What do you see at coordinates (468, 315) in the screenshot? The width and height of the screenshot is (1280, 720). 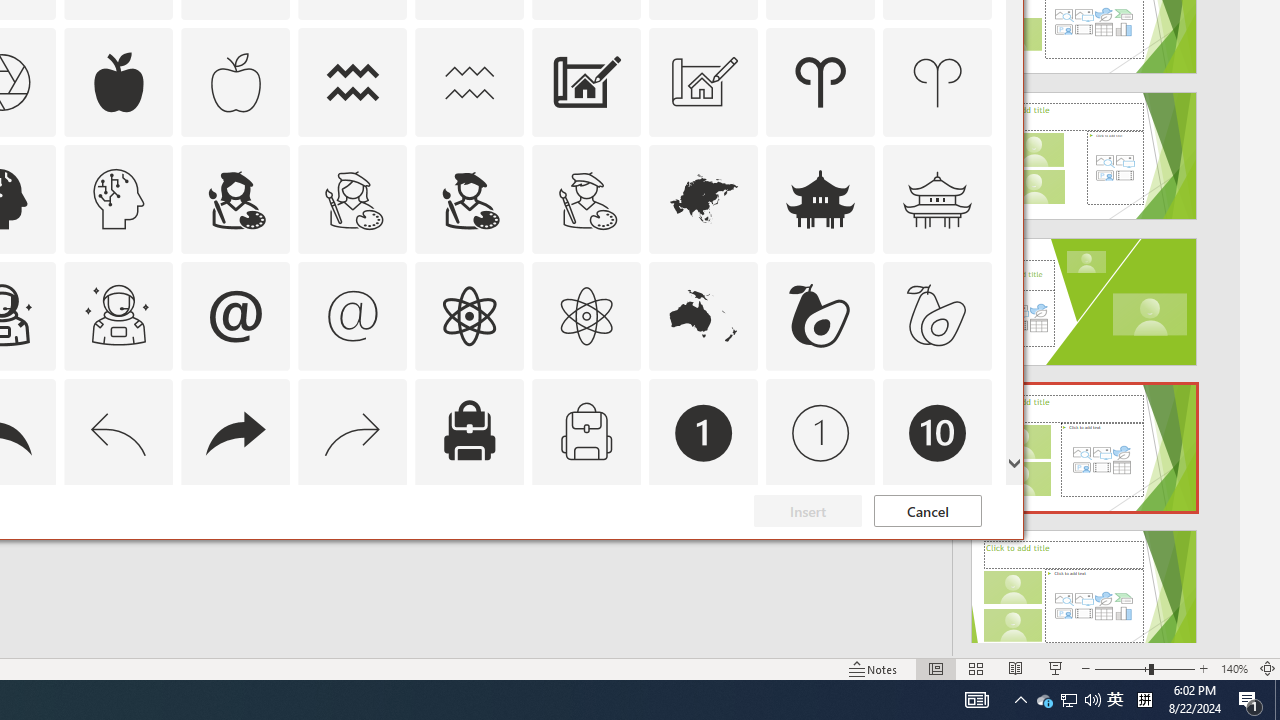 I see `'AutomationID: Icons_Atom'` at bounding box center [468, 315].